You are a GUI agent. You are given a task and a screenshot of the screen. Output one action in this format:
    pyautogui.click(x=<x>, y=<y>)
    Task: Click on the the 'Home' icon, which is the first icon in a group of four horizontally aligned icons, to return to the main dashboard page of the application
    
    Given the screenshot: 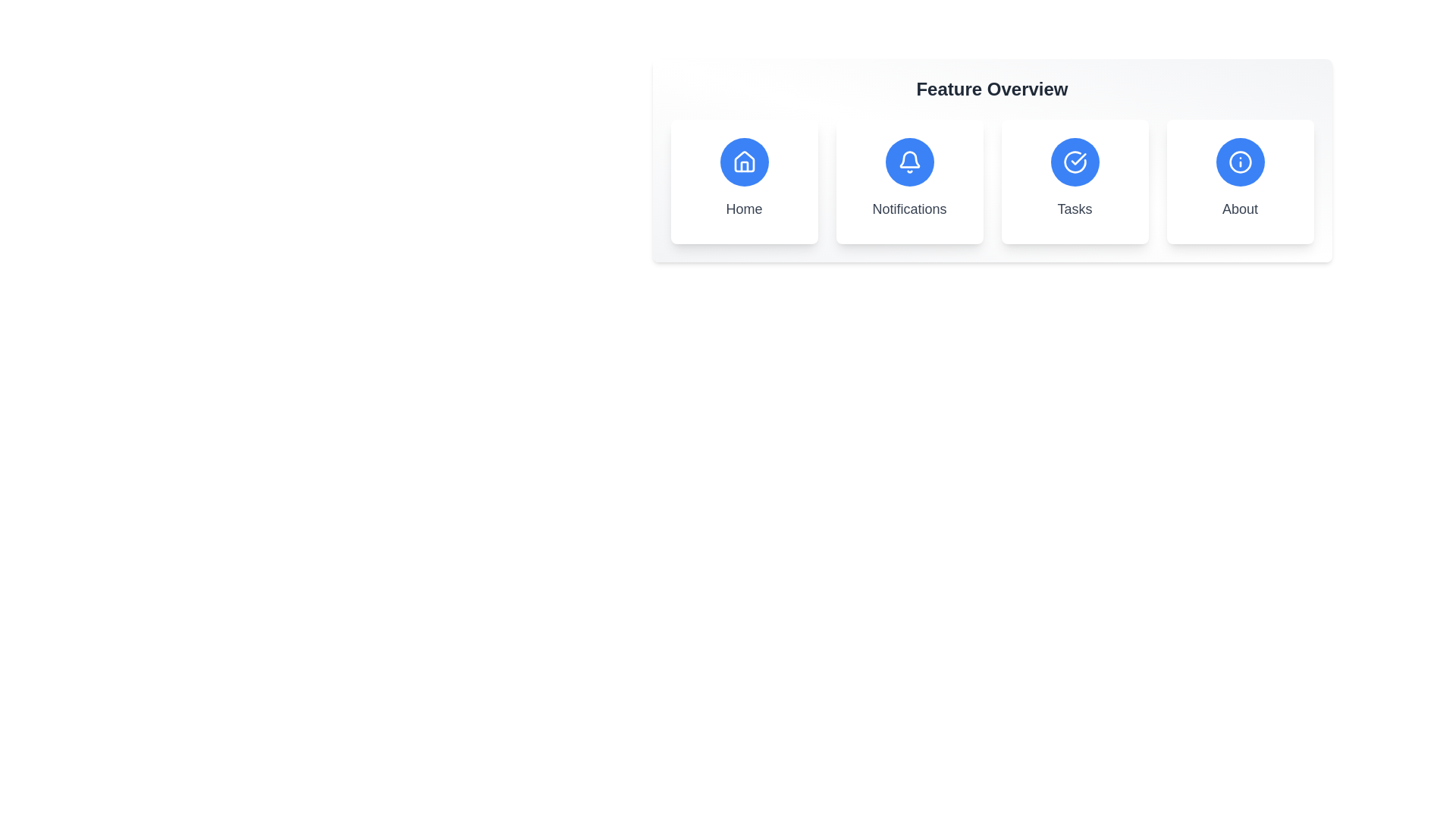 What is the action you would take?
    pyautogui.click(x=744, y=162)
    